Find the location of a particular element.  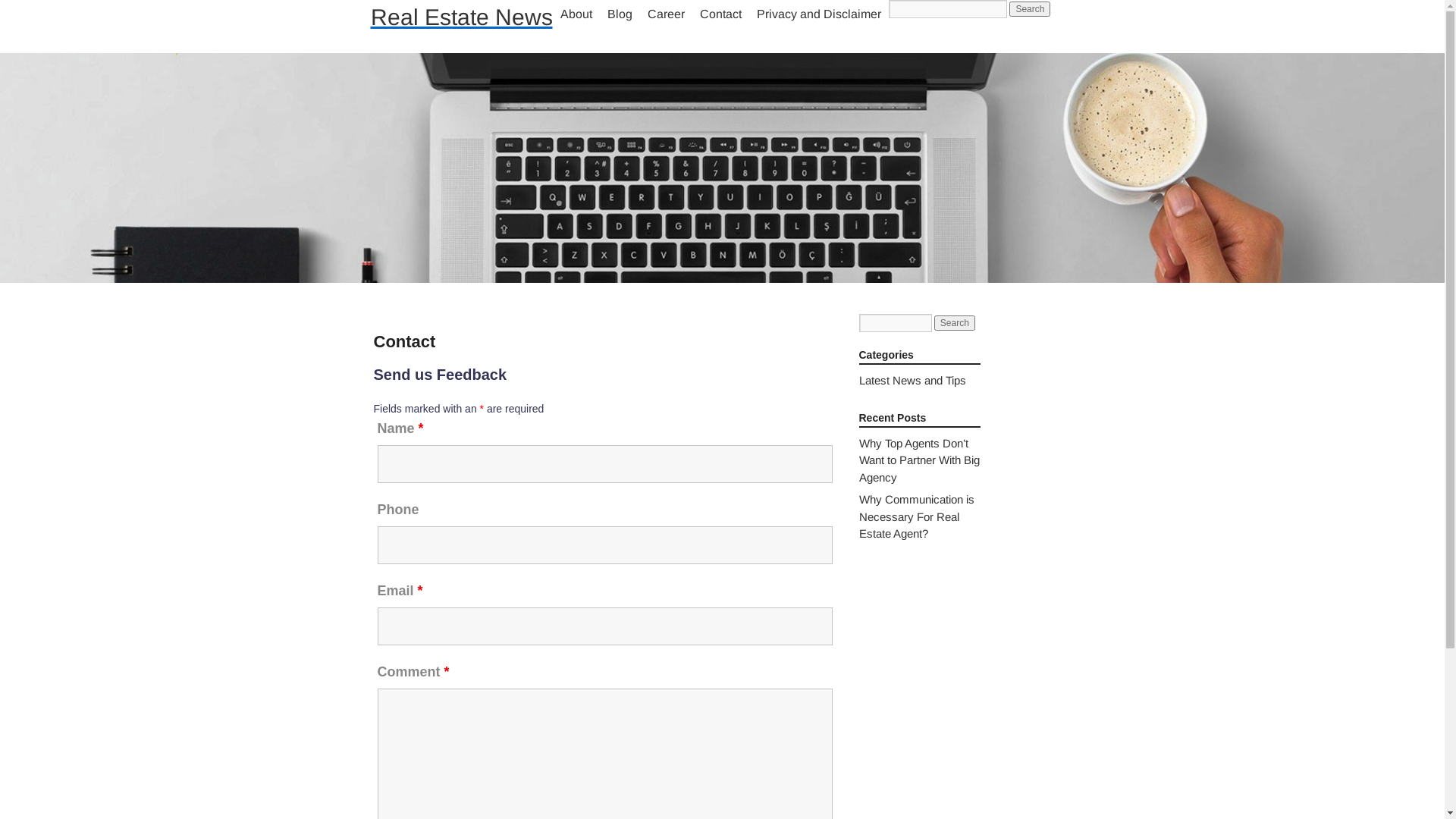

'Privacy and Disclaimer' is located at coordinates (818, 14).